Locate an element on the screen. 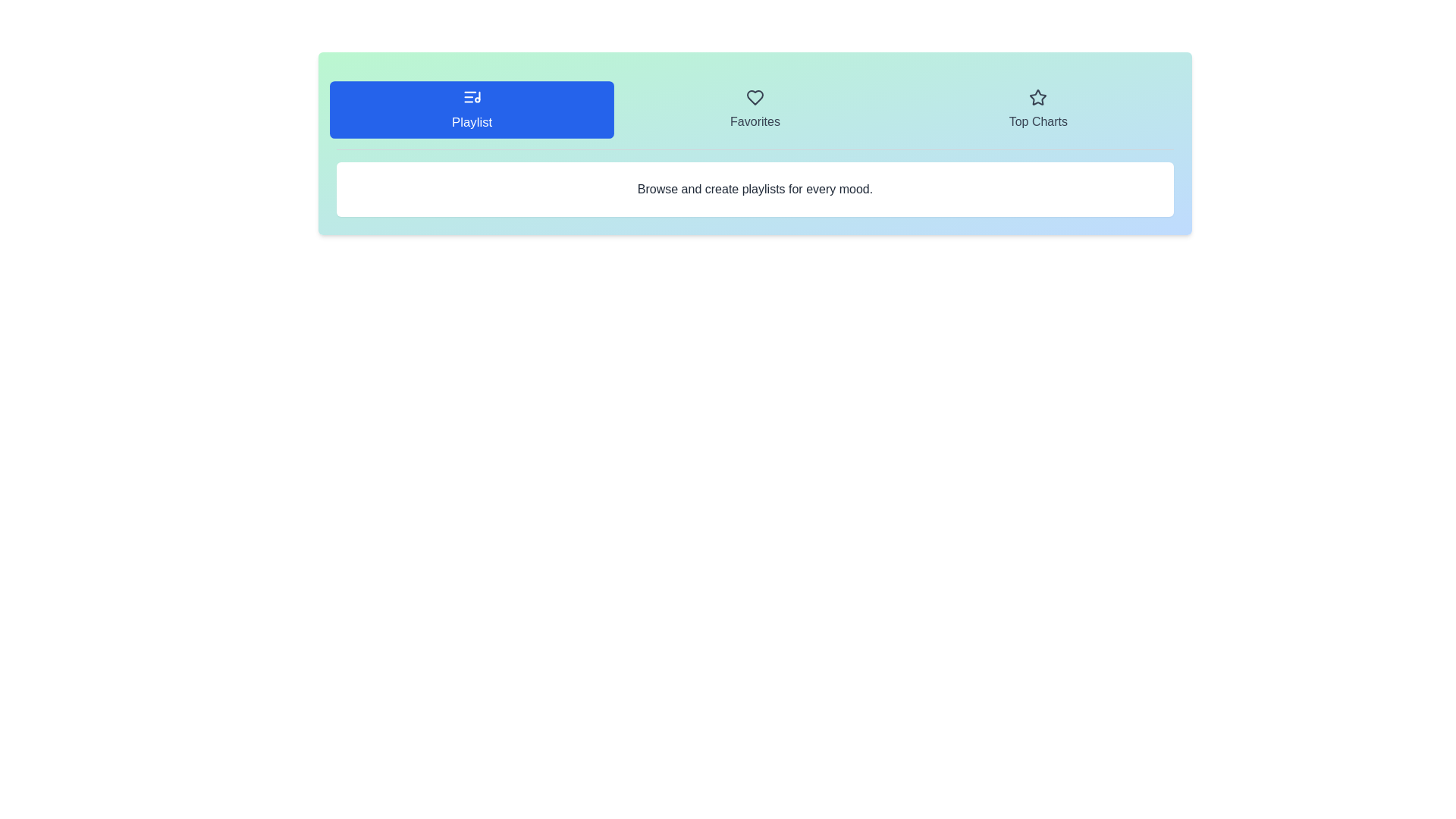 Image resolution: width=1456 pixels, height=819 pixels. the Top Charts tab to view its content is located at coordinates (1037, 109).